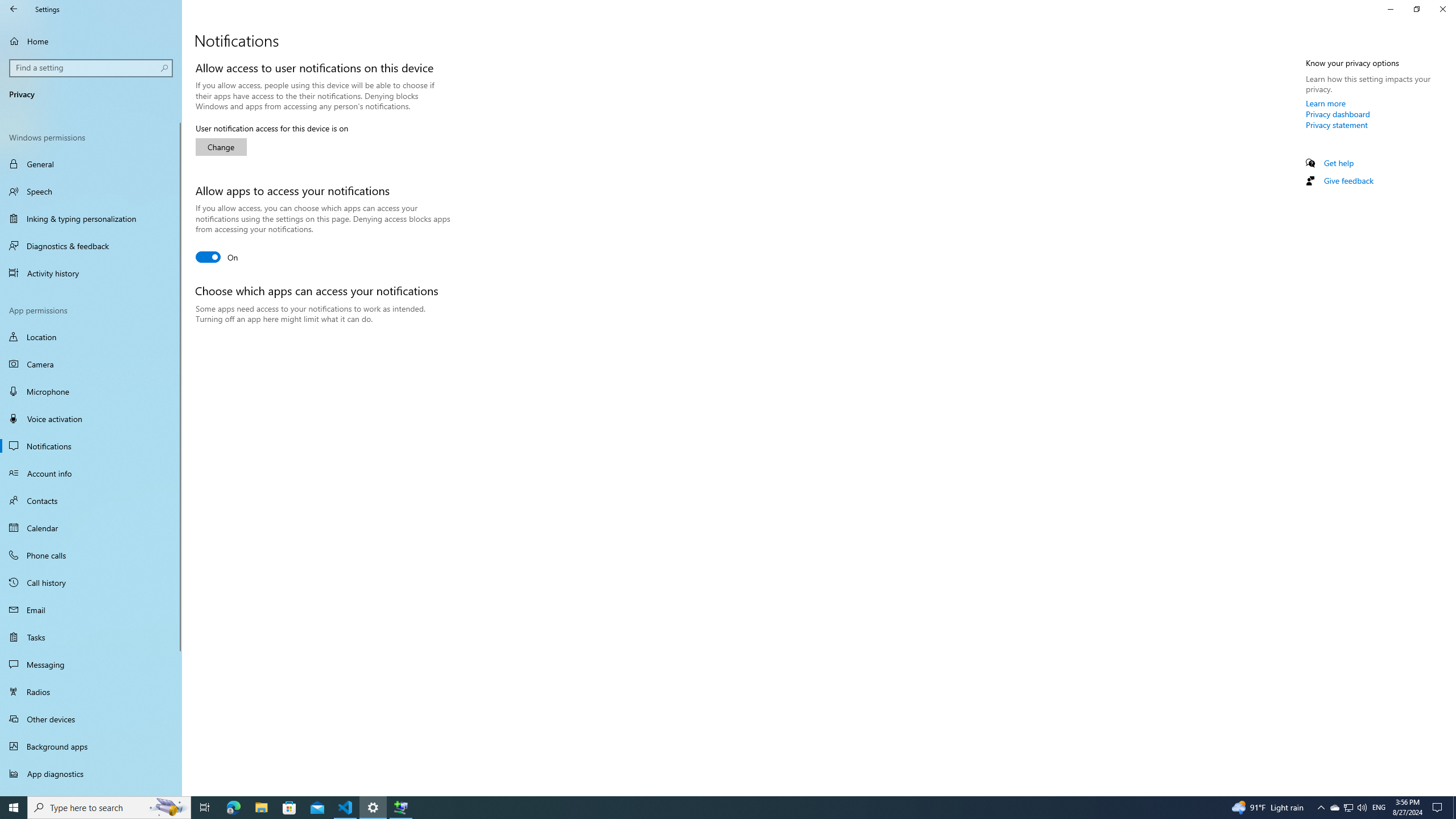 The image size is (1456, 819). Describe the element at coordinates (90, 581) in the screenshot. I see `'Call history'` at that location.